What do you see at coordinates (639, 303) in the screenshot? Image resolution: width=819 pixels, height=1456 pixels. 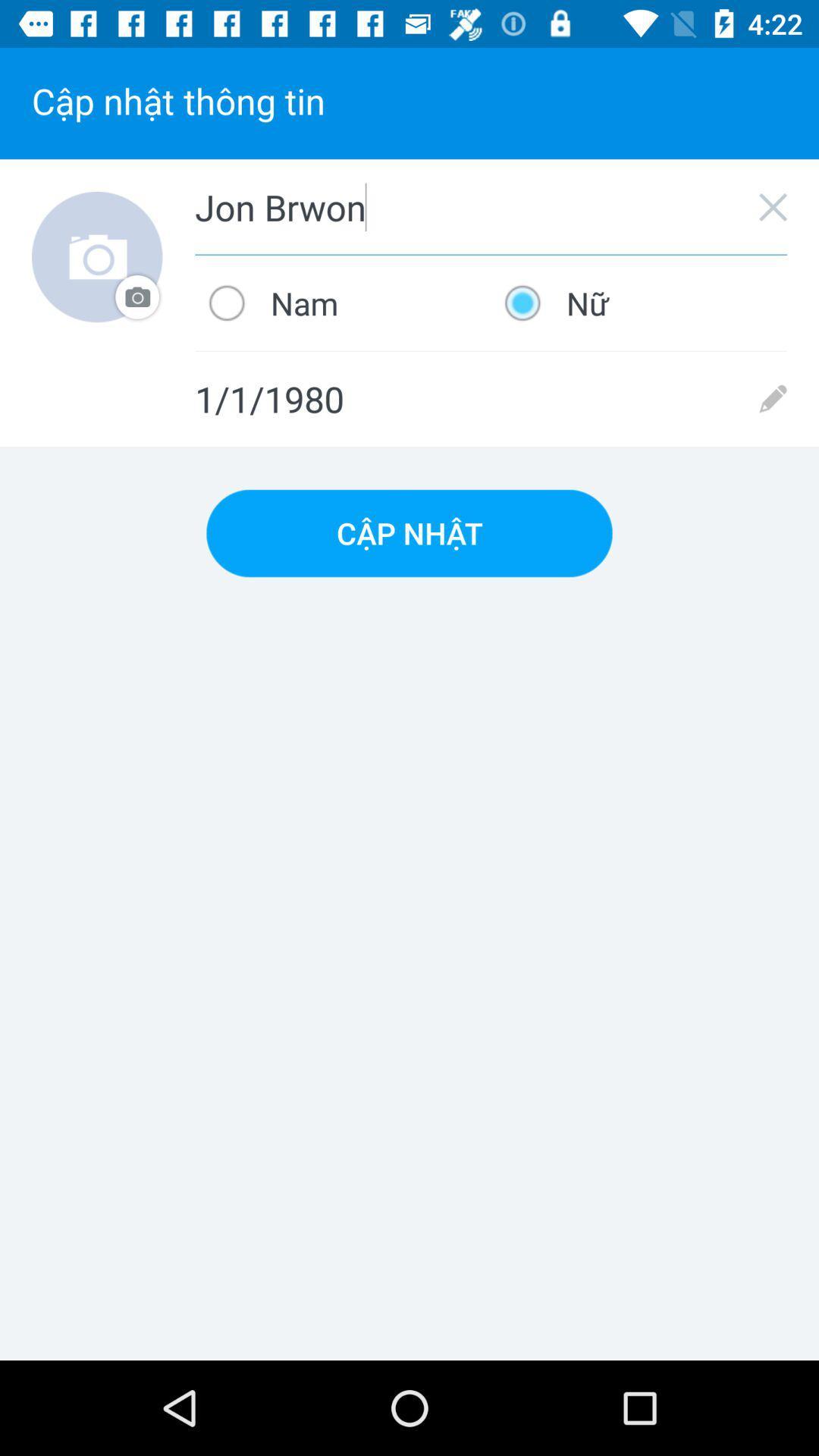 I see `the icon to the right of nam icon` at bounding box center [639, 303].